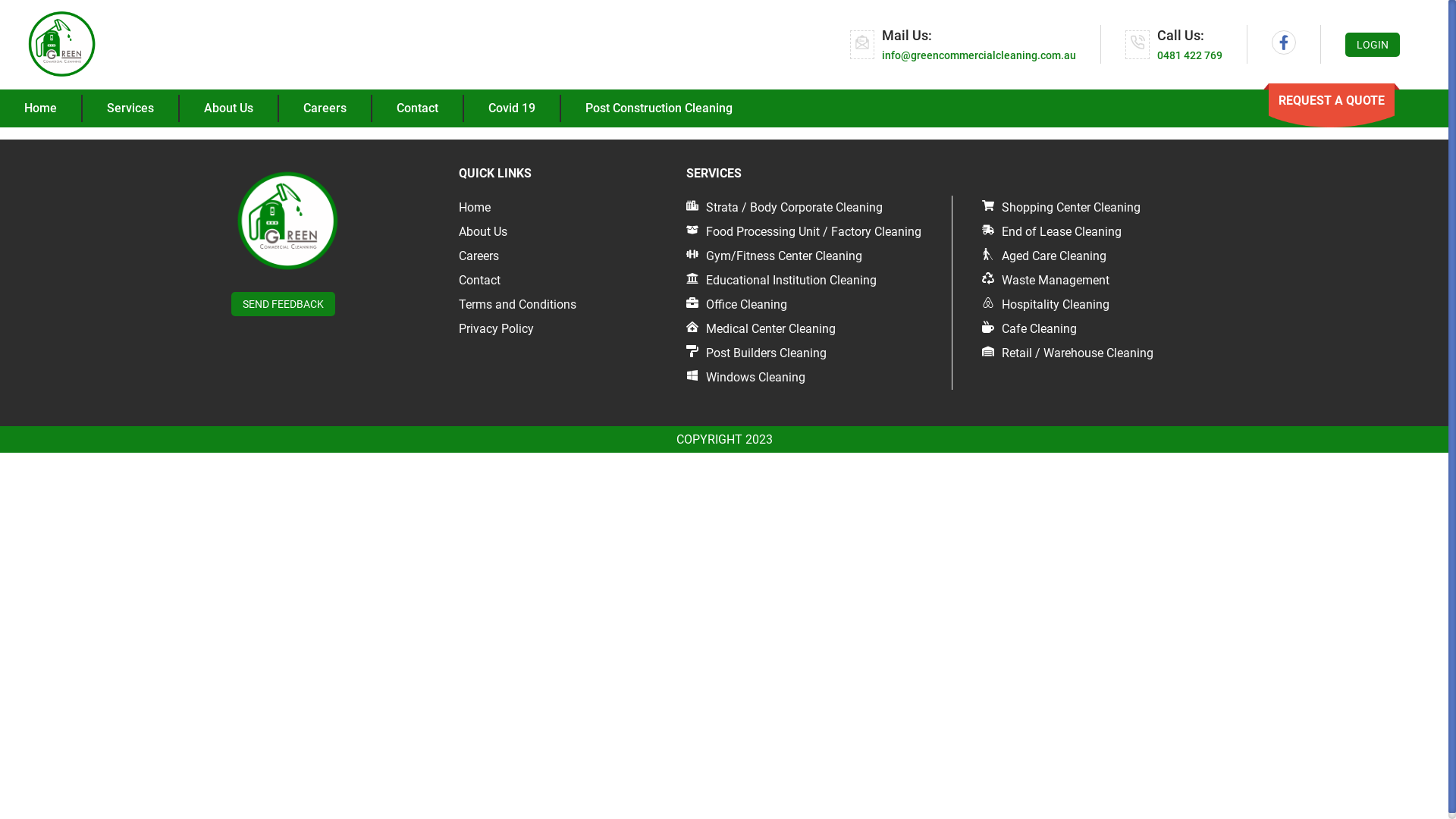 Image resolution: width=1456 pixels, height=819 pixels. Describe the element at coordinates (1189, 55) in the screenshot. I see `'0481 422 769'` at that location.